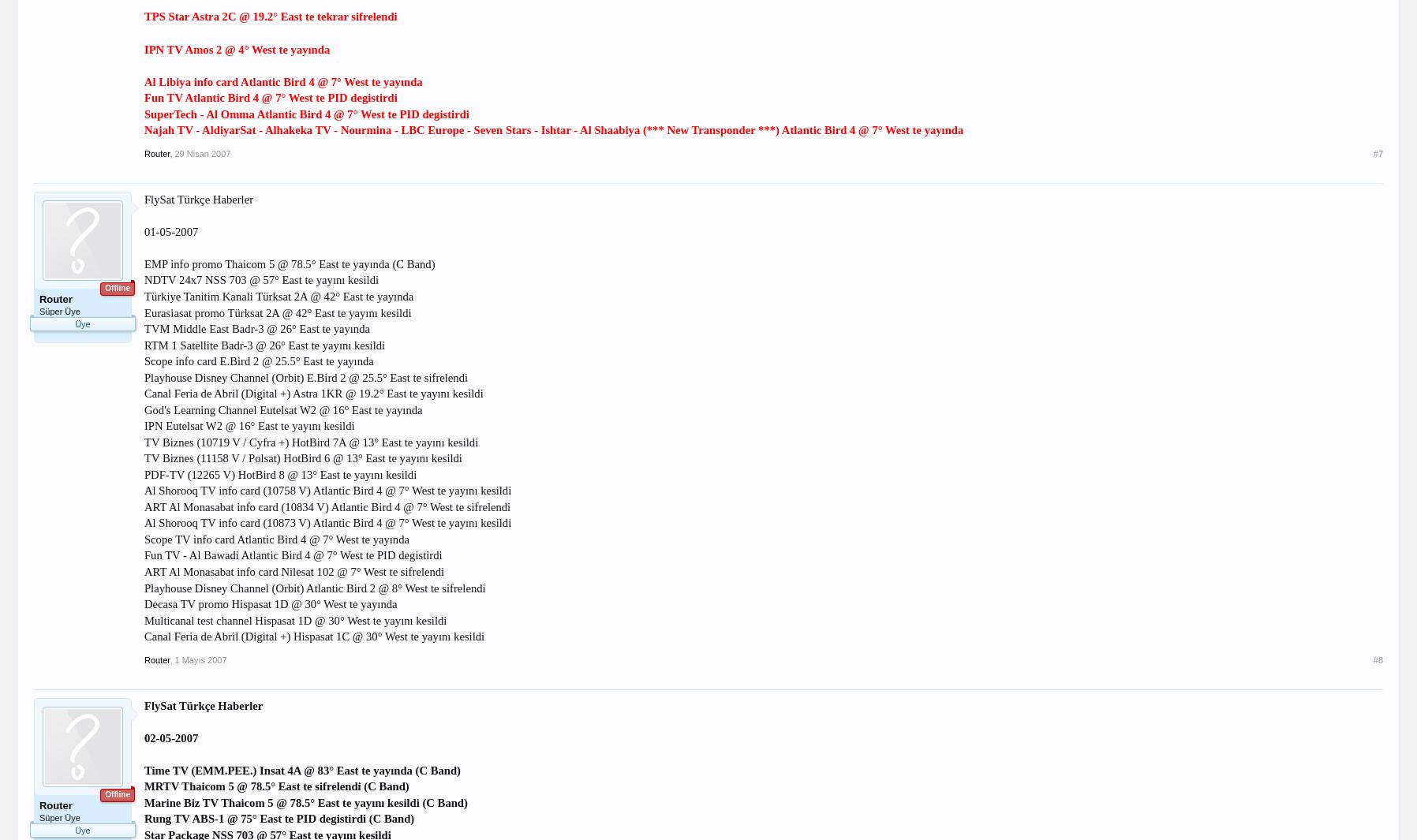 The width and height of the screenshot is (1417, 840). I want to click on 'Scope info card E.Bird 2 @ 25.5° East te yayında', so click(258, 360).